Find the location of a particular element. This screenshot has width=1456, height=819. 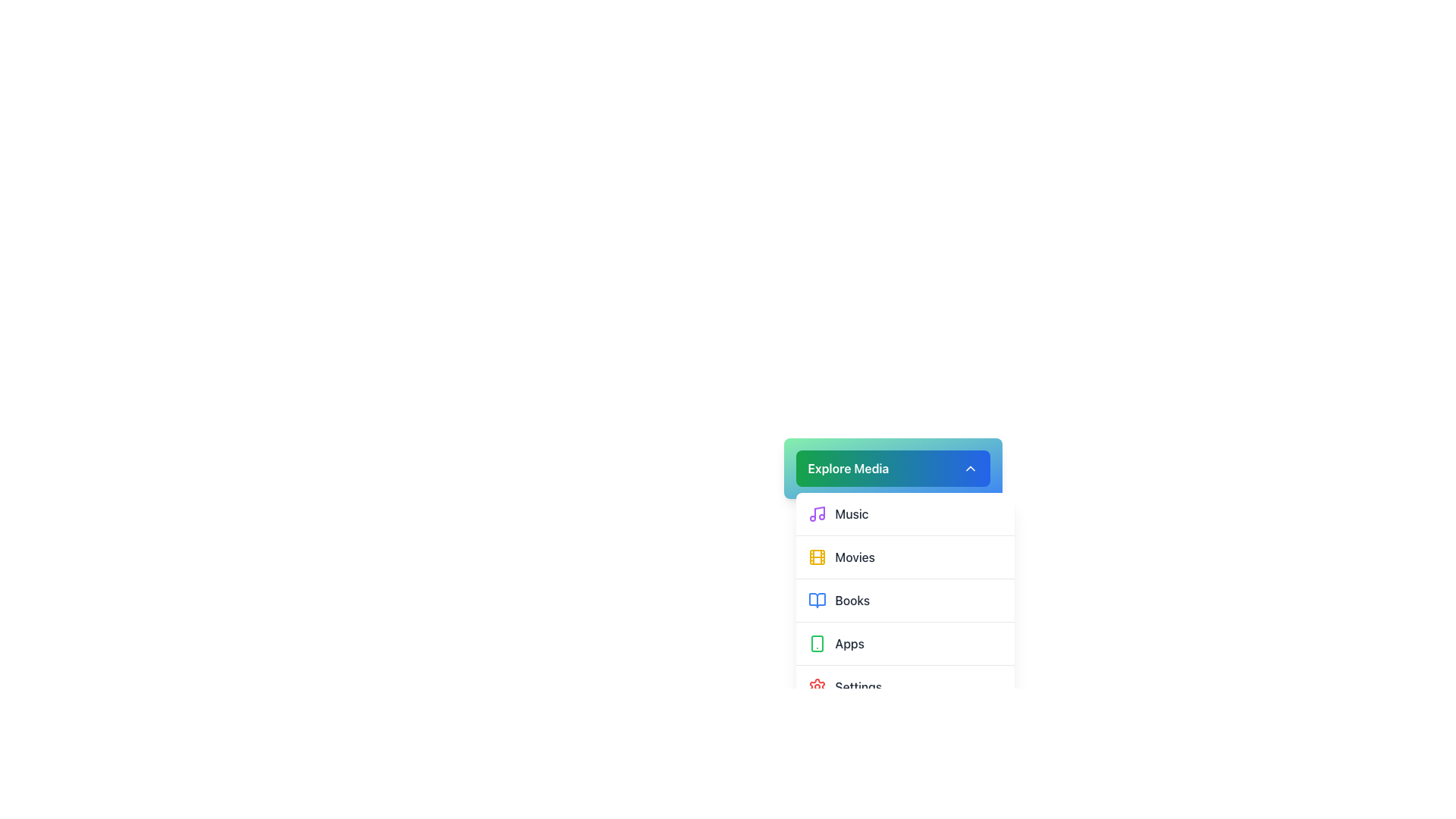

the filmstrip icon, which is yellow and located next to the text 'Movies' in the menu is located at coordinates (816, 557).